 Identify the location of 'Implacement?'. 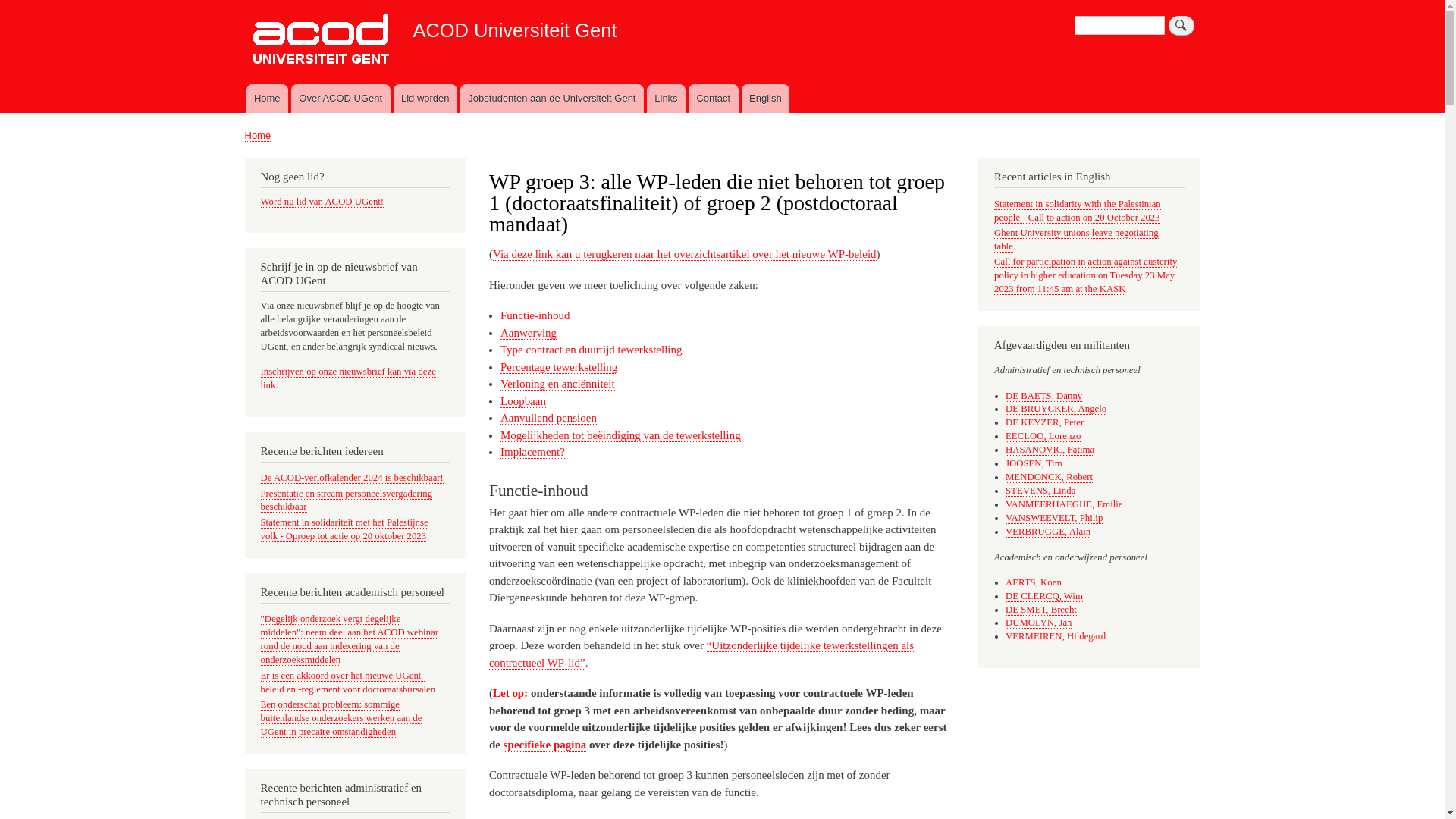
(500, 451).